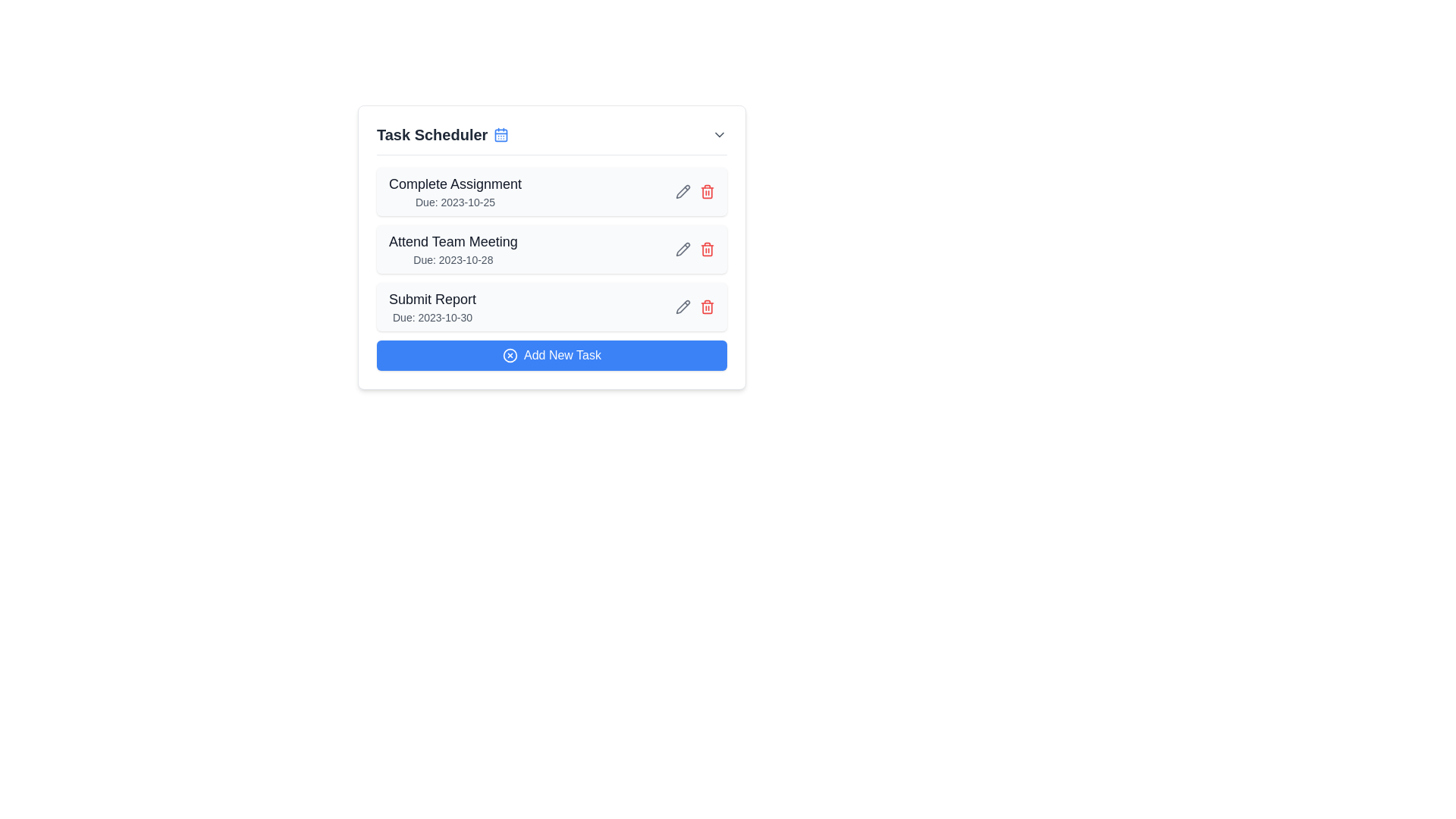 The width and height of the screenshot is (1456, 819). What do you see at coordinates (510, 356) in the screenshot?
I see `the circular icon with a white 'X' symbol inside, located to the left of the 'Add New Task' button` at bounding box center [510, 356].